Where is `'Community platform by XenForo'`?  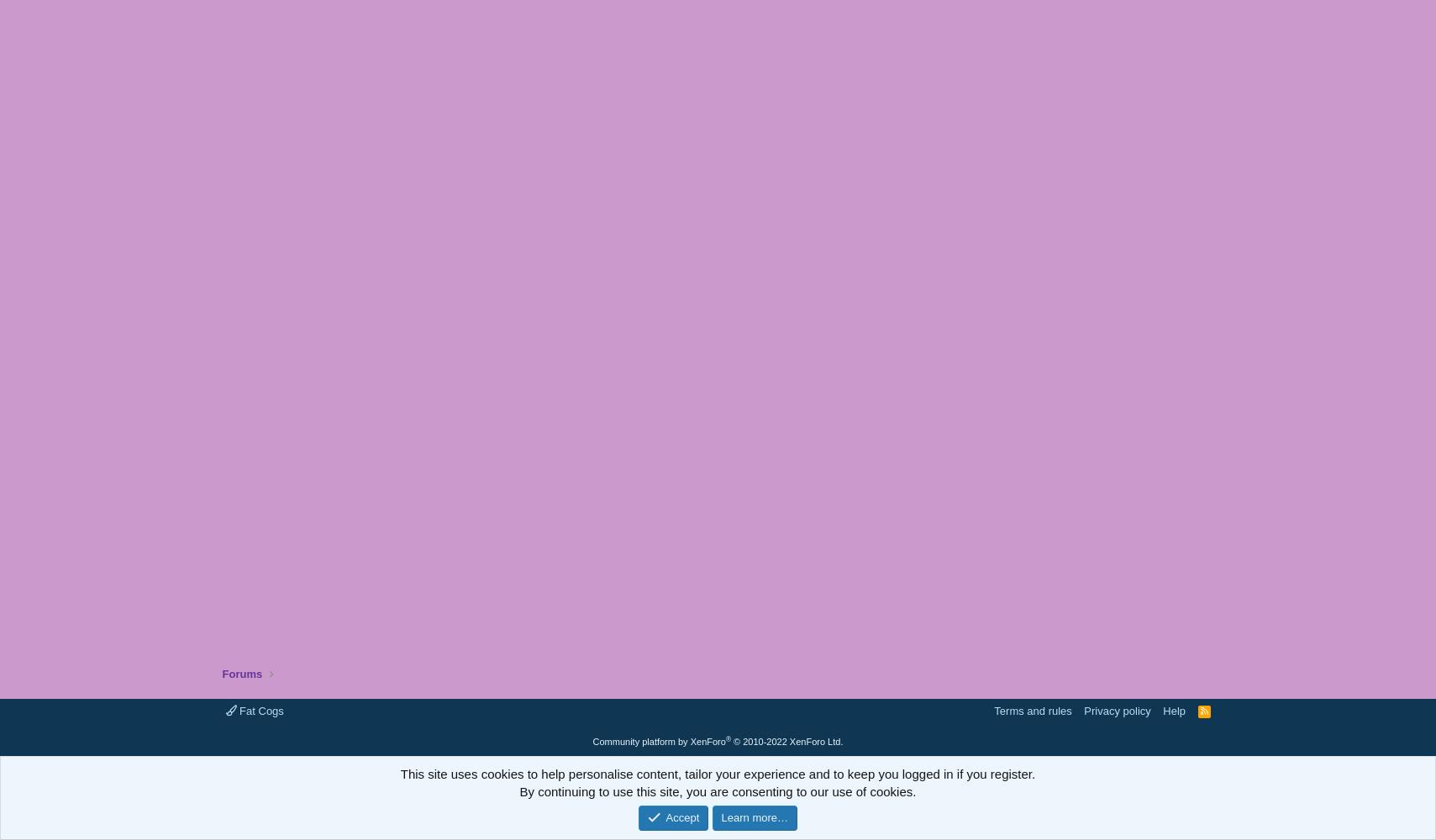
'Community platform by XenForo' is located at coordinates (657, 742).